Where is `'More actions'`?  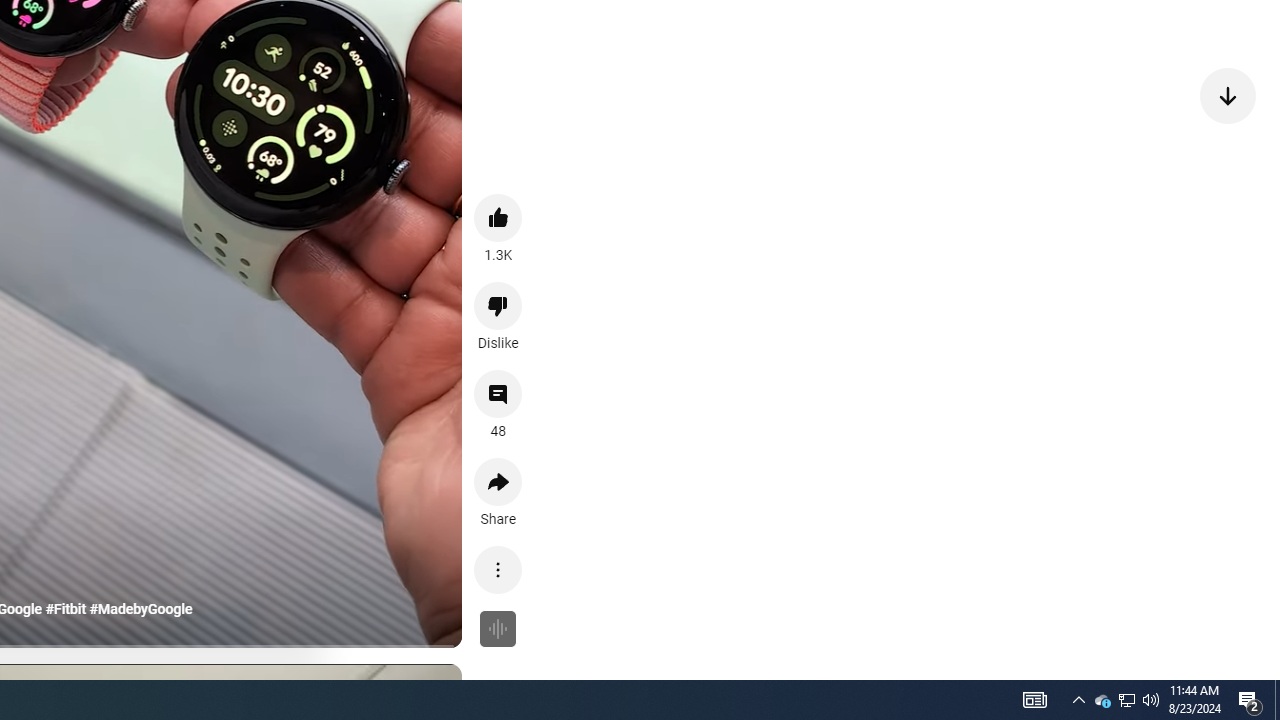 'More actions' is located at coordinates (498, 569).